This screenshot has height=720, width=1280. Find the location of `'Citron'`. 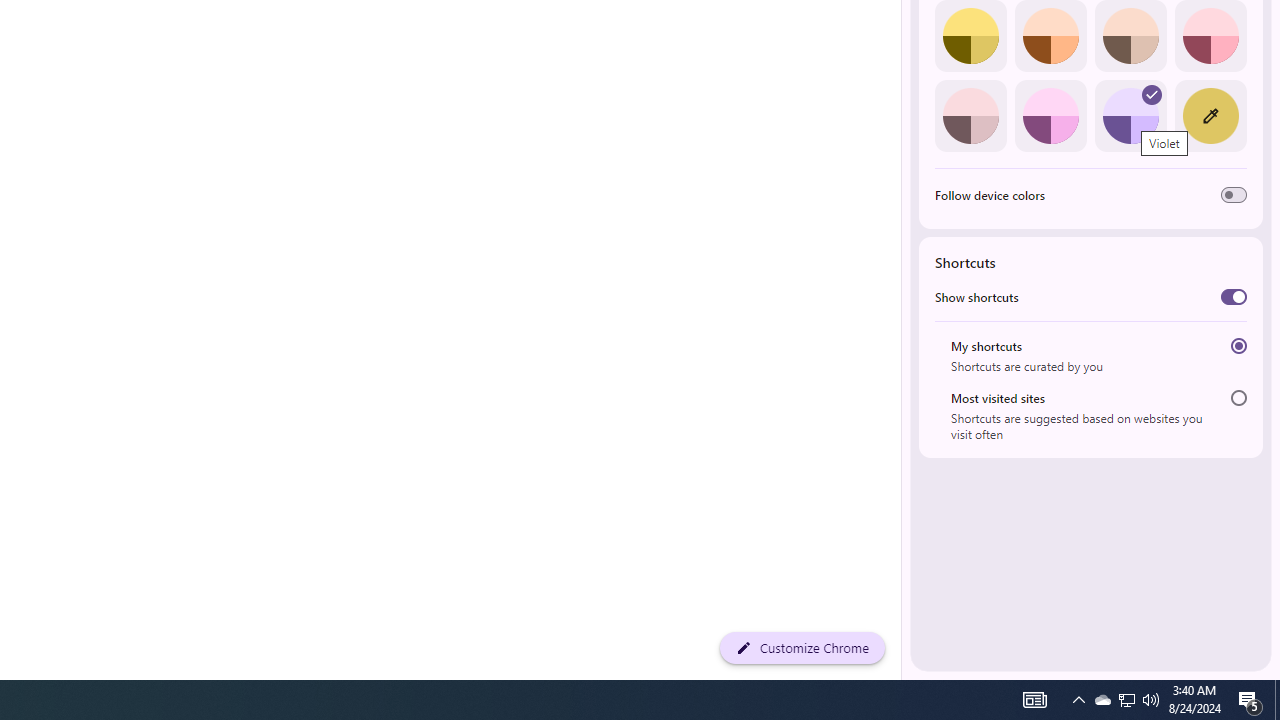

'Citron' is located at coordinates (970, 36).